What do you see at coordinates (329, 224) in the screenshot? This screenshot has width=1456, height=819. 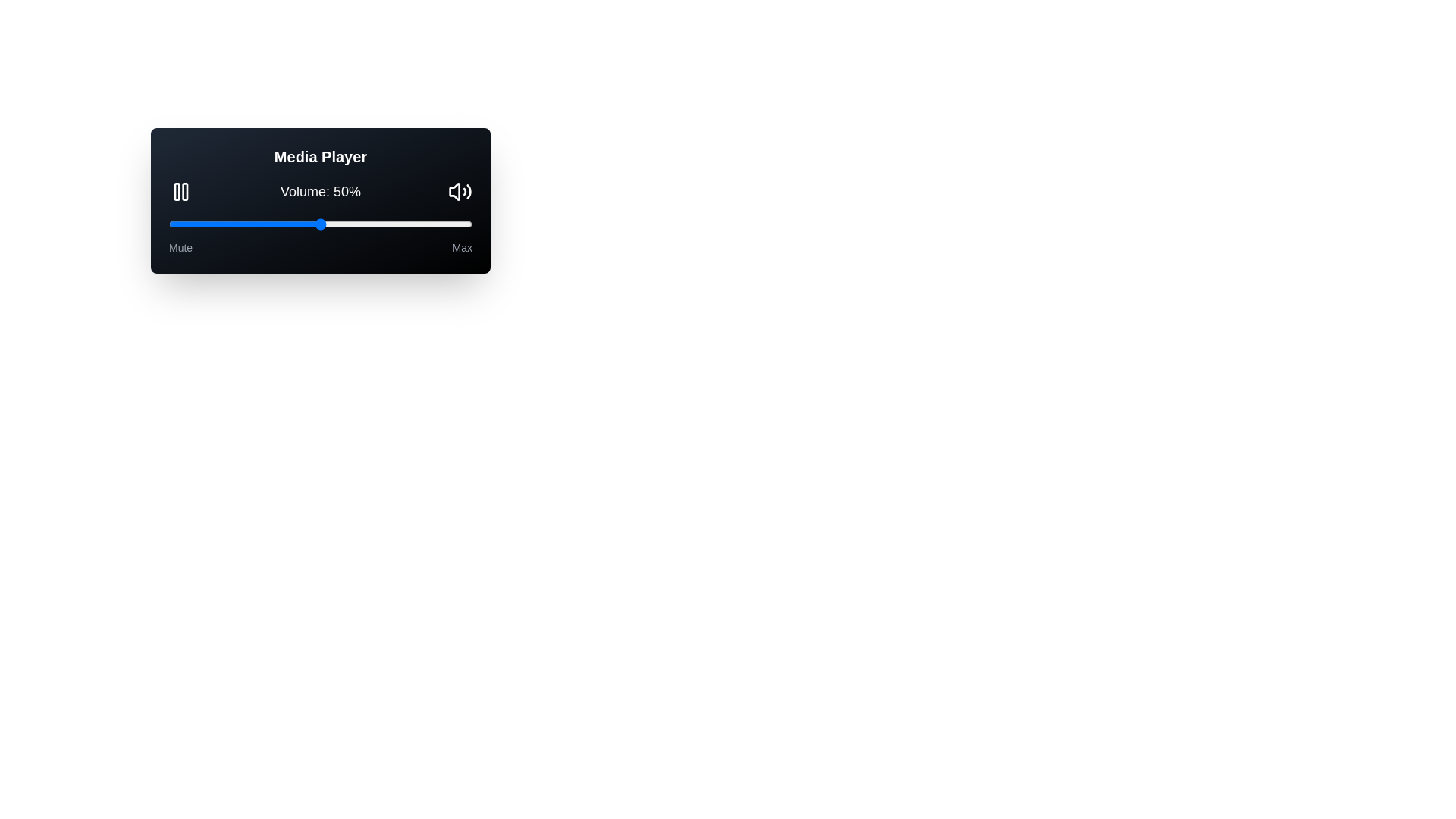 I see `the volume by setting the slider to 53%` at bounding box center [329, 224].